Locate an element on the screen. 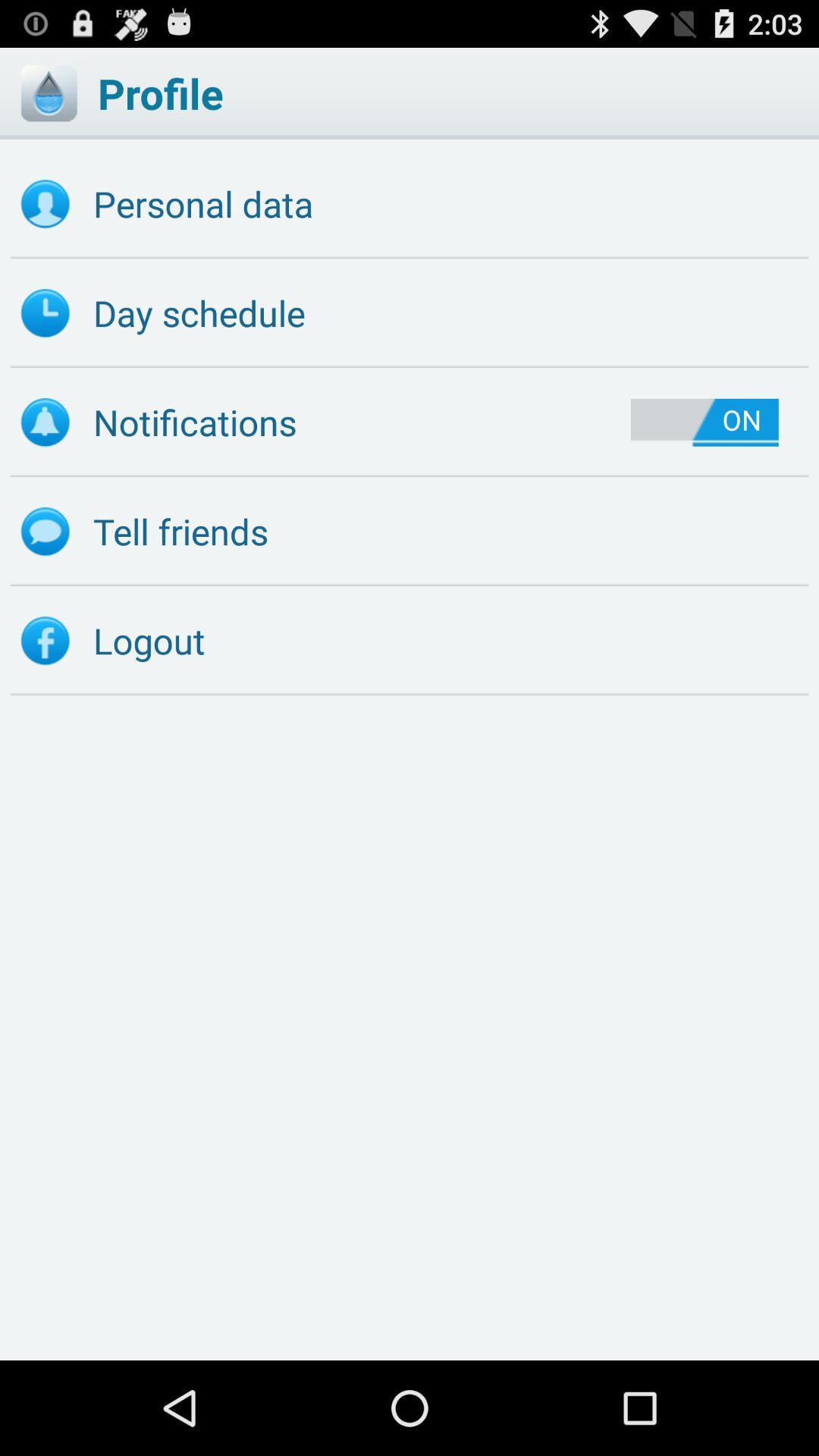 Image resolution: width=819 pixels, height=1456 pixels. the icon next to on item is located at coordinates (325, 422).